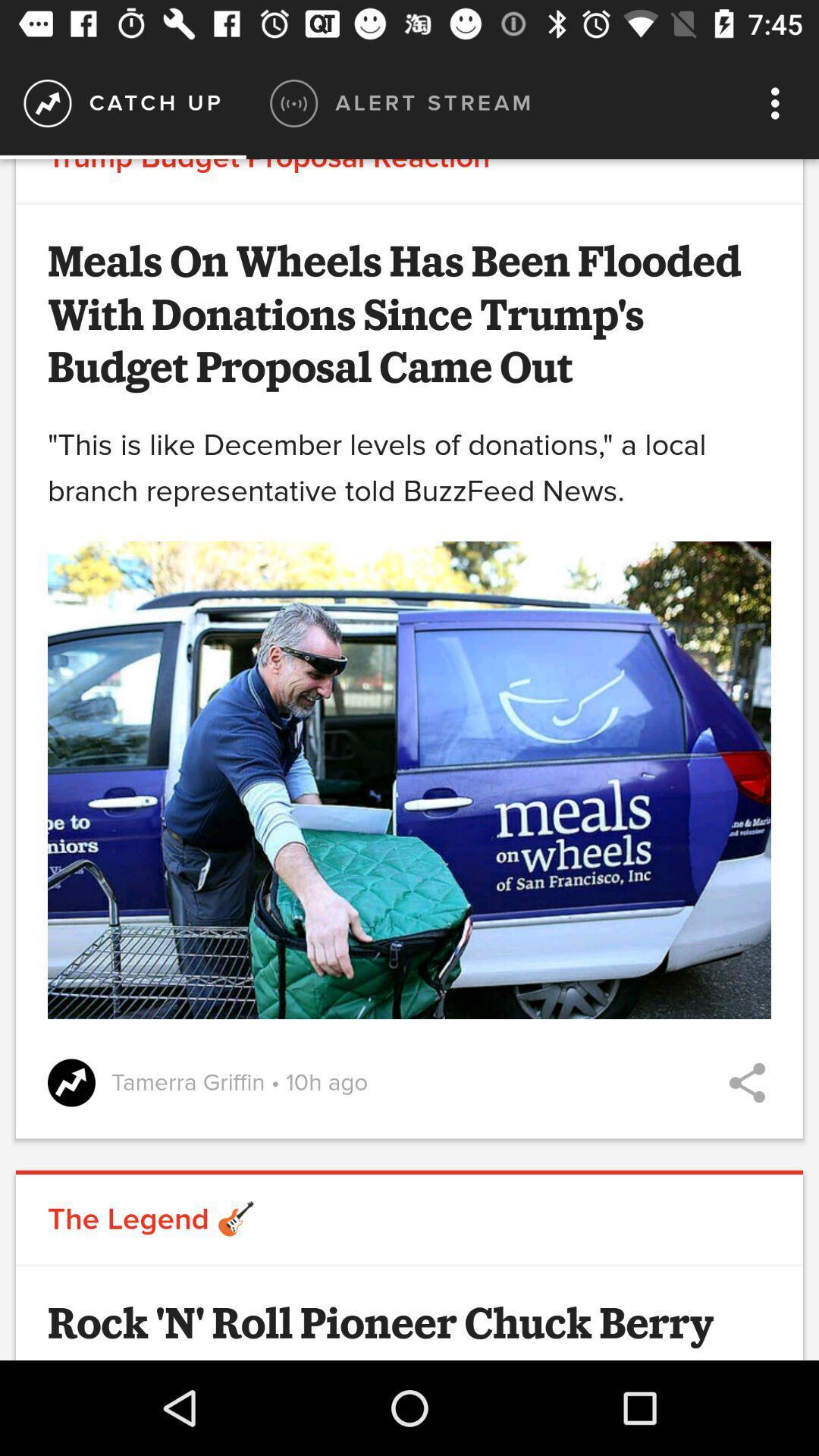  What do you see at coordinates (746, 1081) in the screenshot?
I see `share the article` at bounding box center [746, 1081].